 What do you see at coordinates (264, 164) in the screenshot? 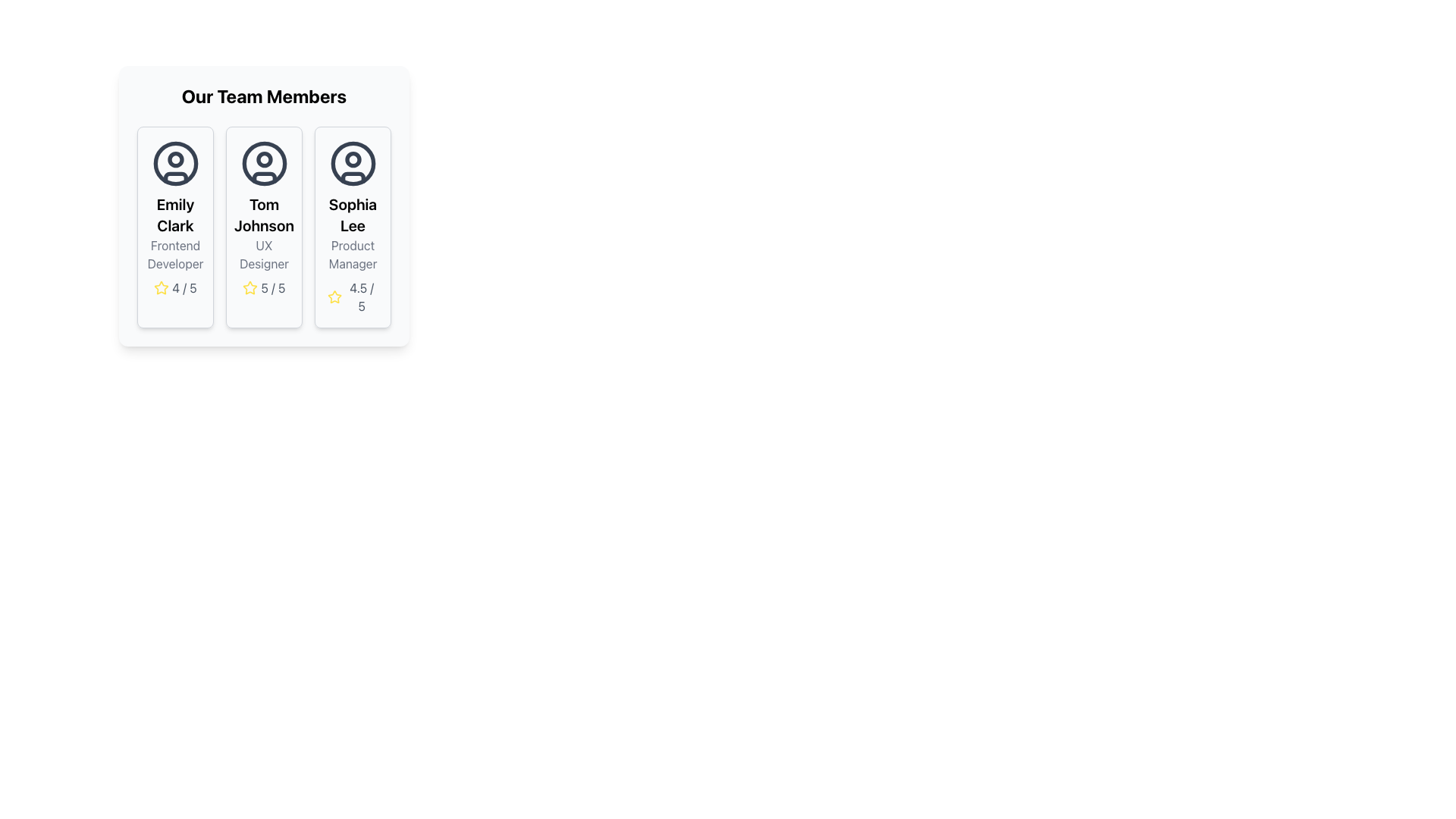
I see `the circular profile icon for 'Tom Johnson', which is the largest circle in the 'Our Team Members' grid layout` at bounding box center [264, 164].